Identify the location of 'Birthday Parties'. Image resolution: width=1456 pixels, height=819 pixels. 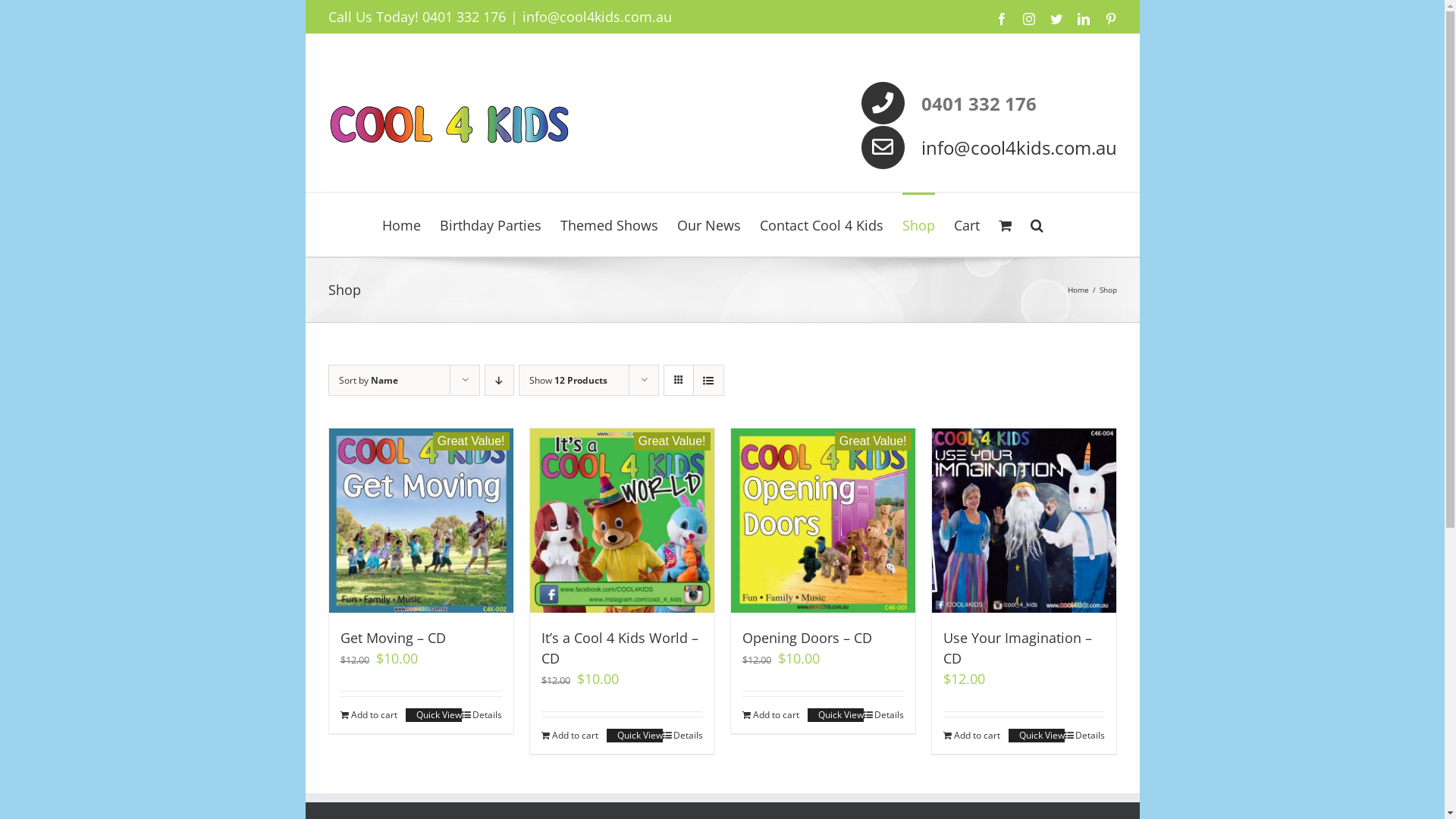
(491, 224).